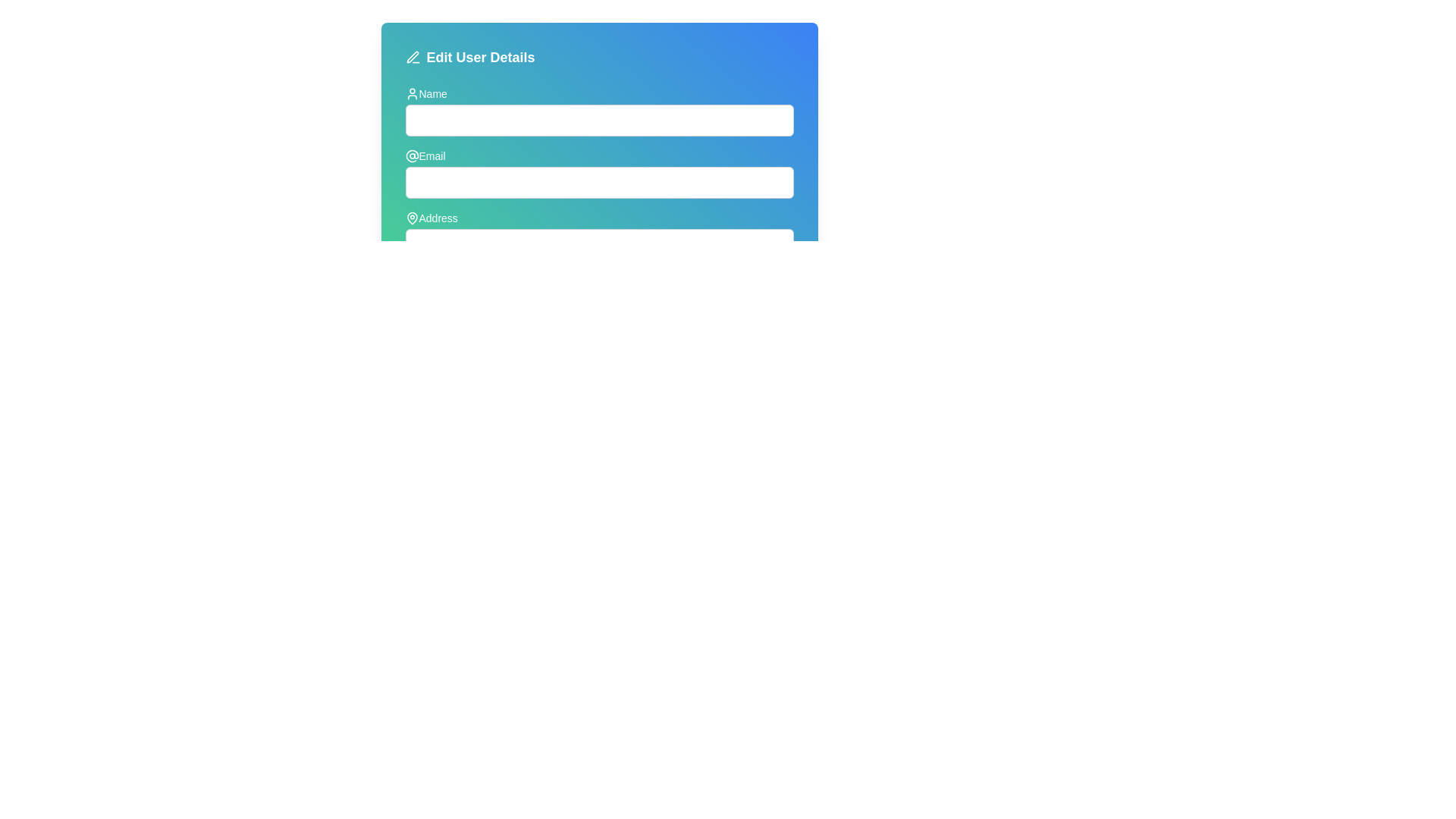 This screenshot has height=819, width=1456. What do you see at coordinates (598, 236) in the screenshot?
I see `the address input field, which is the third input field in the form layout, to check for available tooltips` at bounding box center [598, 236].